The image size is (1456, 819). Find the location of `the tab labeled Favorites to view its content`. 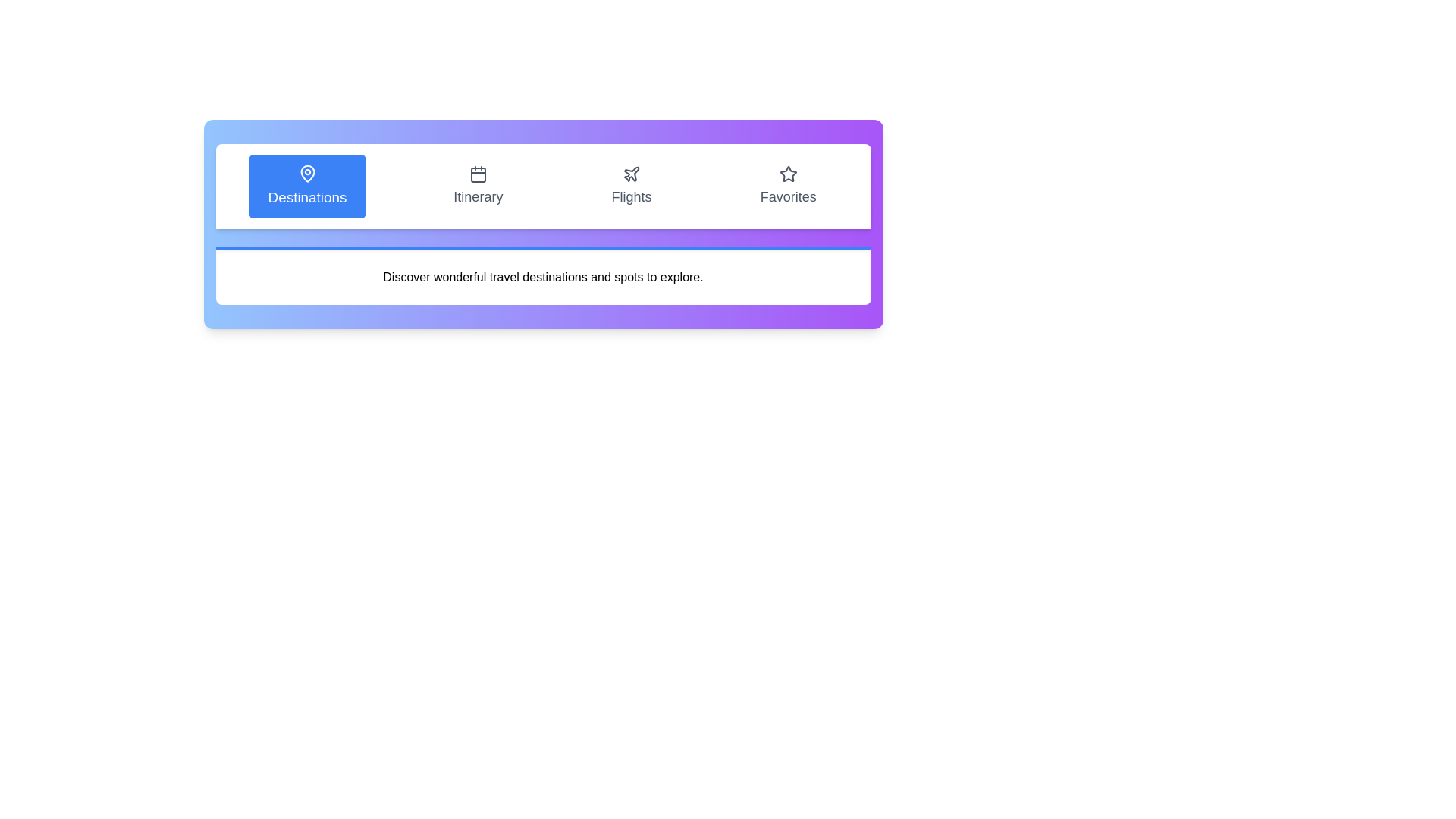

the tab labeled Favorites to view its content is located at coordinates (788, 186).